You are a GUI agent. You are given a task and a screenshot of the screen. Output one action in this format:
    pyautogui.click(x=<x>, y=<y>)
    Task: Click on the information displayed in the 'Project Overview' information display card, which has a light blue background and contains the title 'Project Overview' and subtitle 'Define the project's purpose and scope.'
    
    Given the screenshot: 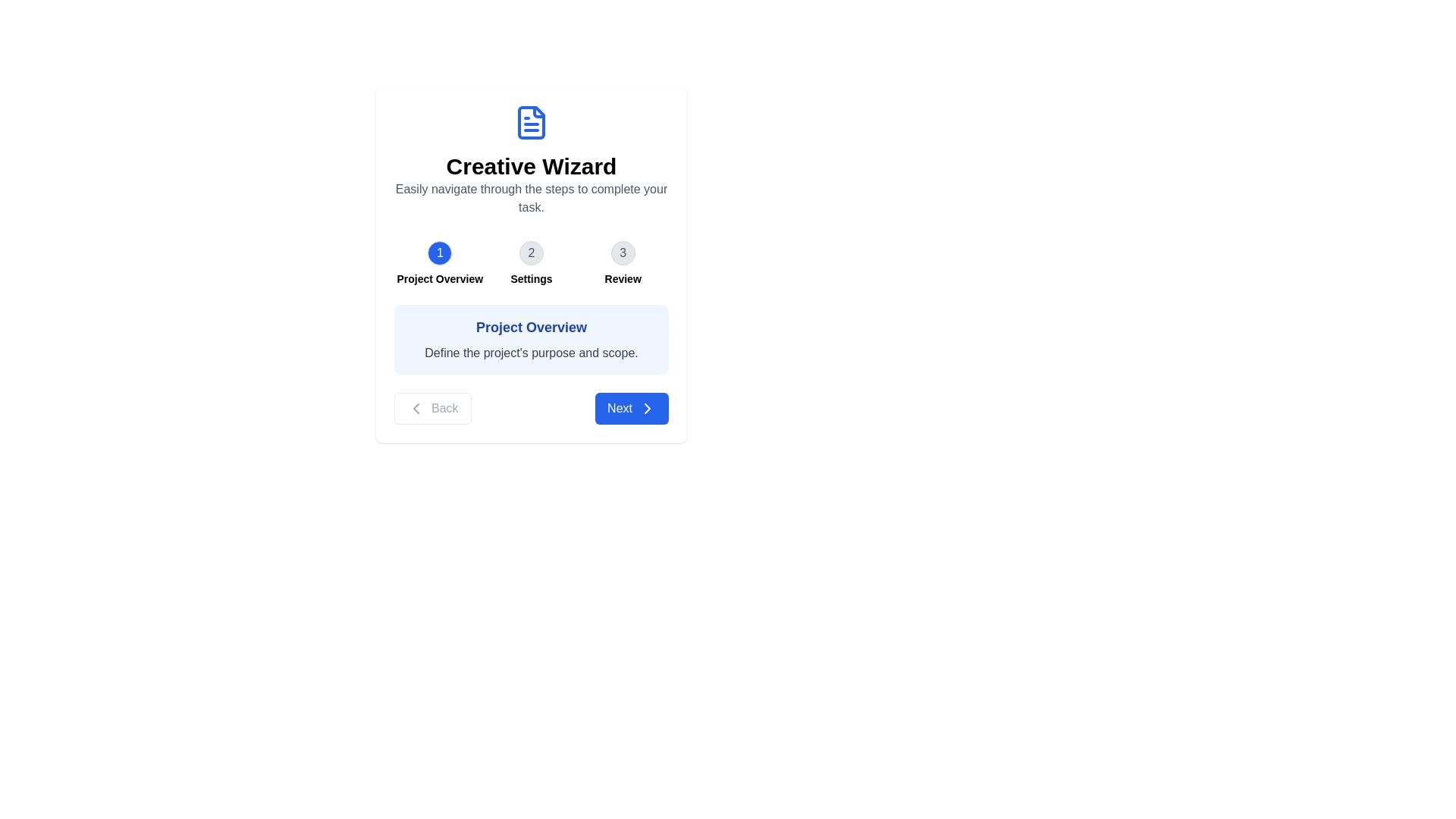 What is the action you would take?
    pyautogui.click(x=531, y=338)
    